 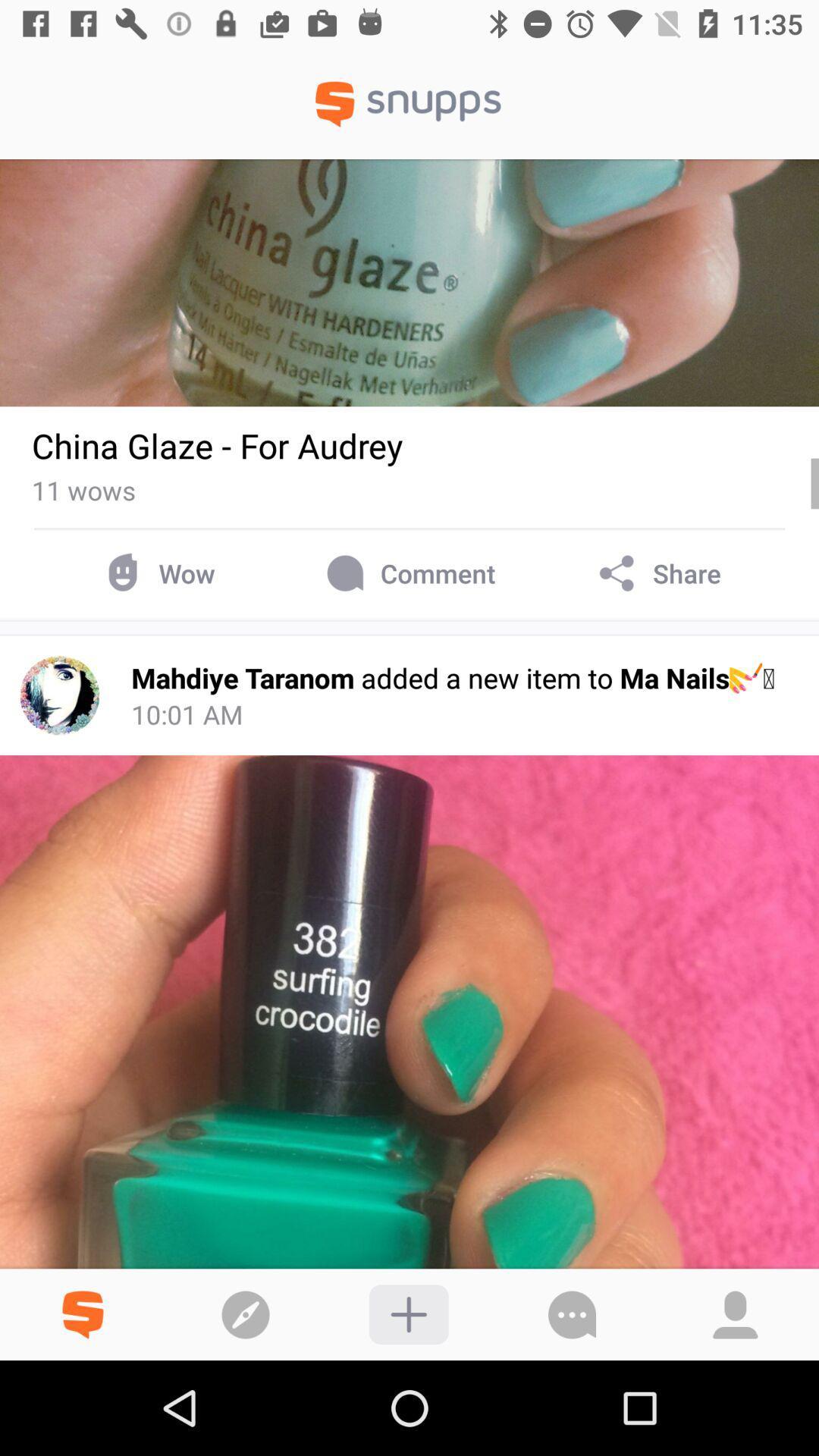 What do you see at coordinates (408, 1313) in the screenshot?
I see `the icon which is second left of the profile button` at bounding box center [408, 1313].